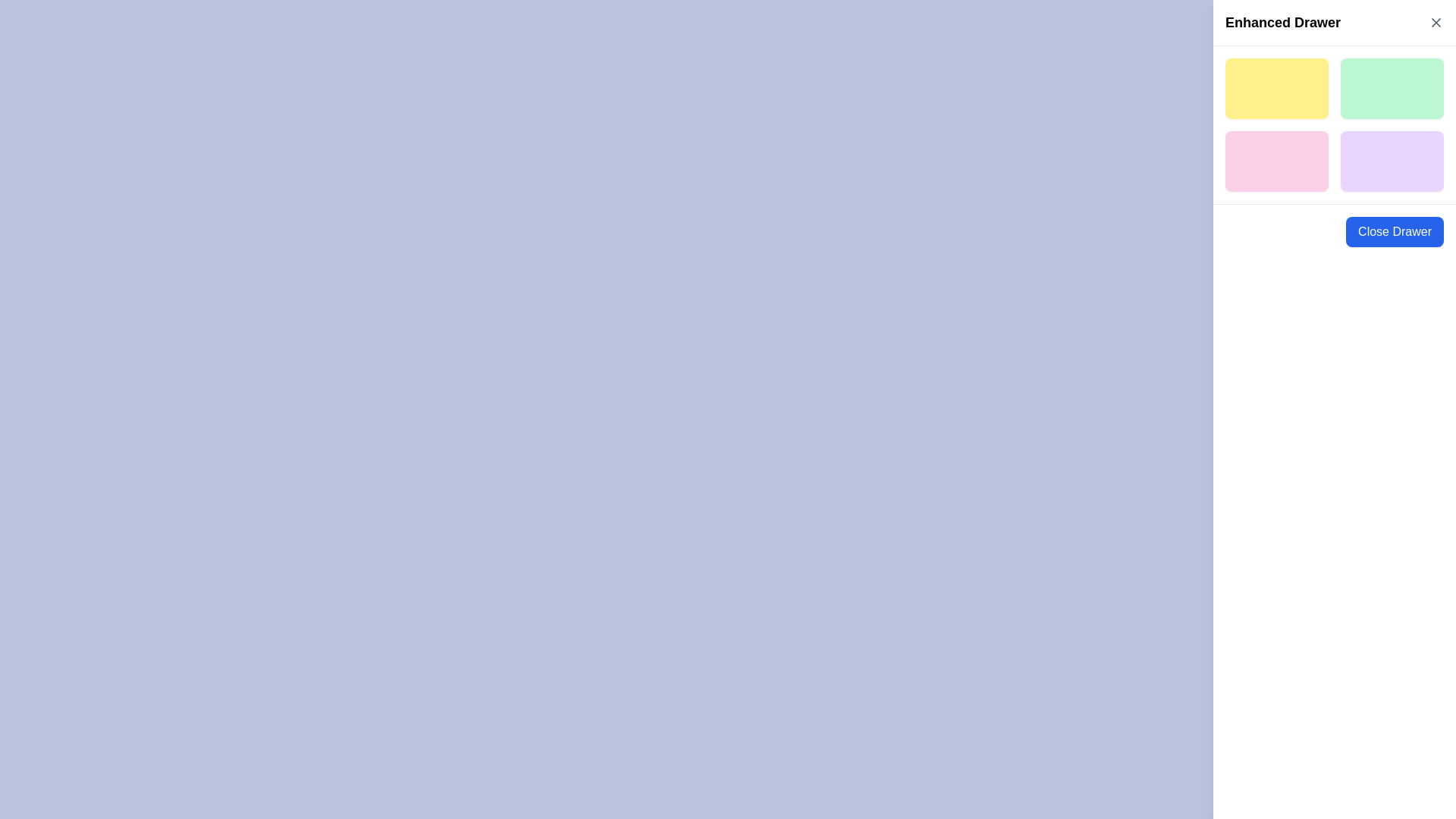 This screenshot has width=1456, height=819. What do you see at coordinates (1395, 231) in the screenshot?
I see `the close button located at the bottom-right of the 'Enhanced Drawer' panel` at bounding box center [1395, 231].